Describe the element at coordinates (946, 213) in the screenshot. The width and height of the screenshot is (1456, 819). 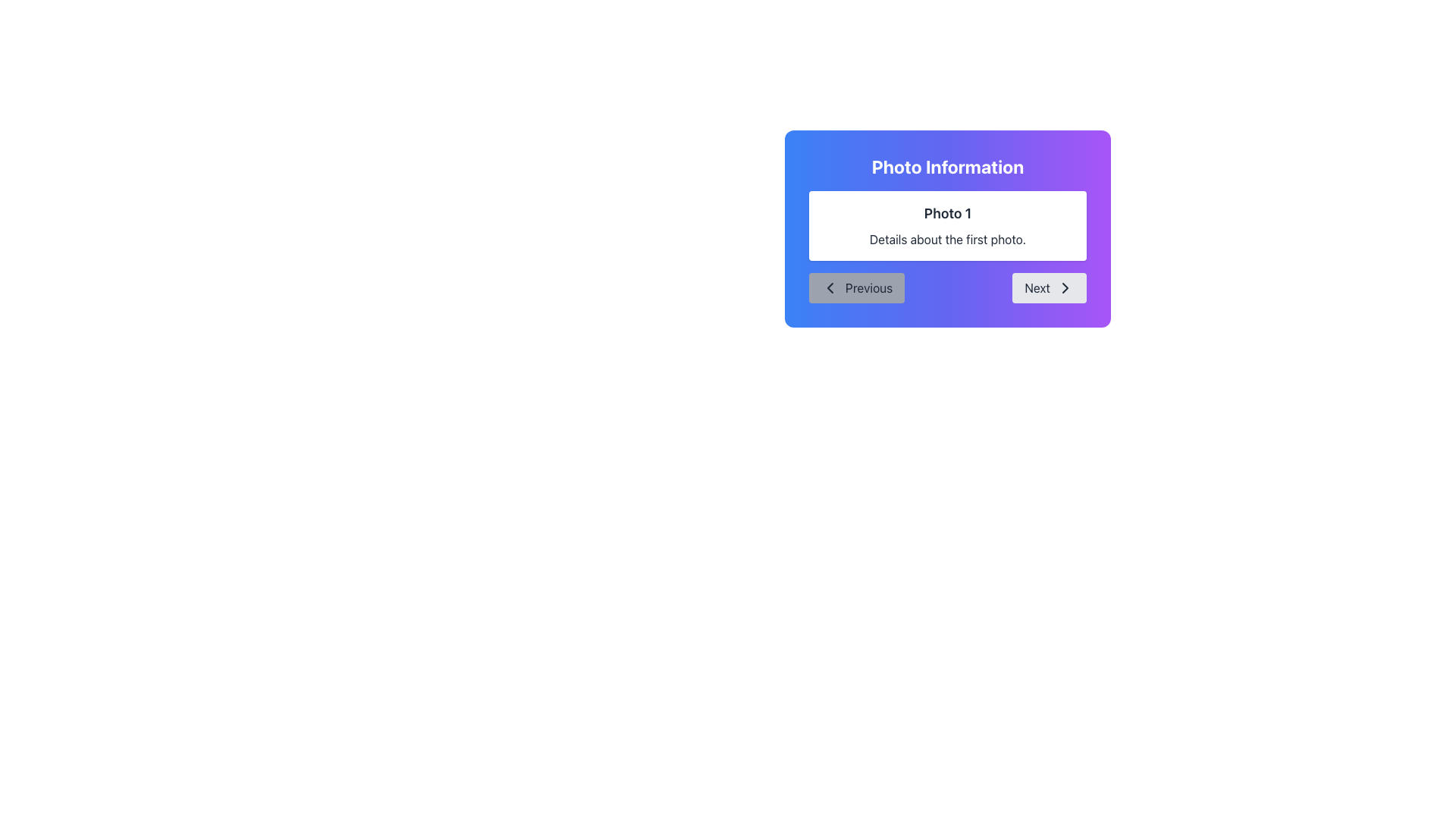
I see `text label that identifies the photo being referenced, located at the top-center of the card component, above the text 'Details about the first photo.'` at that location.